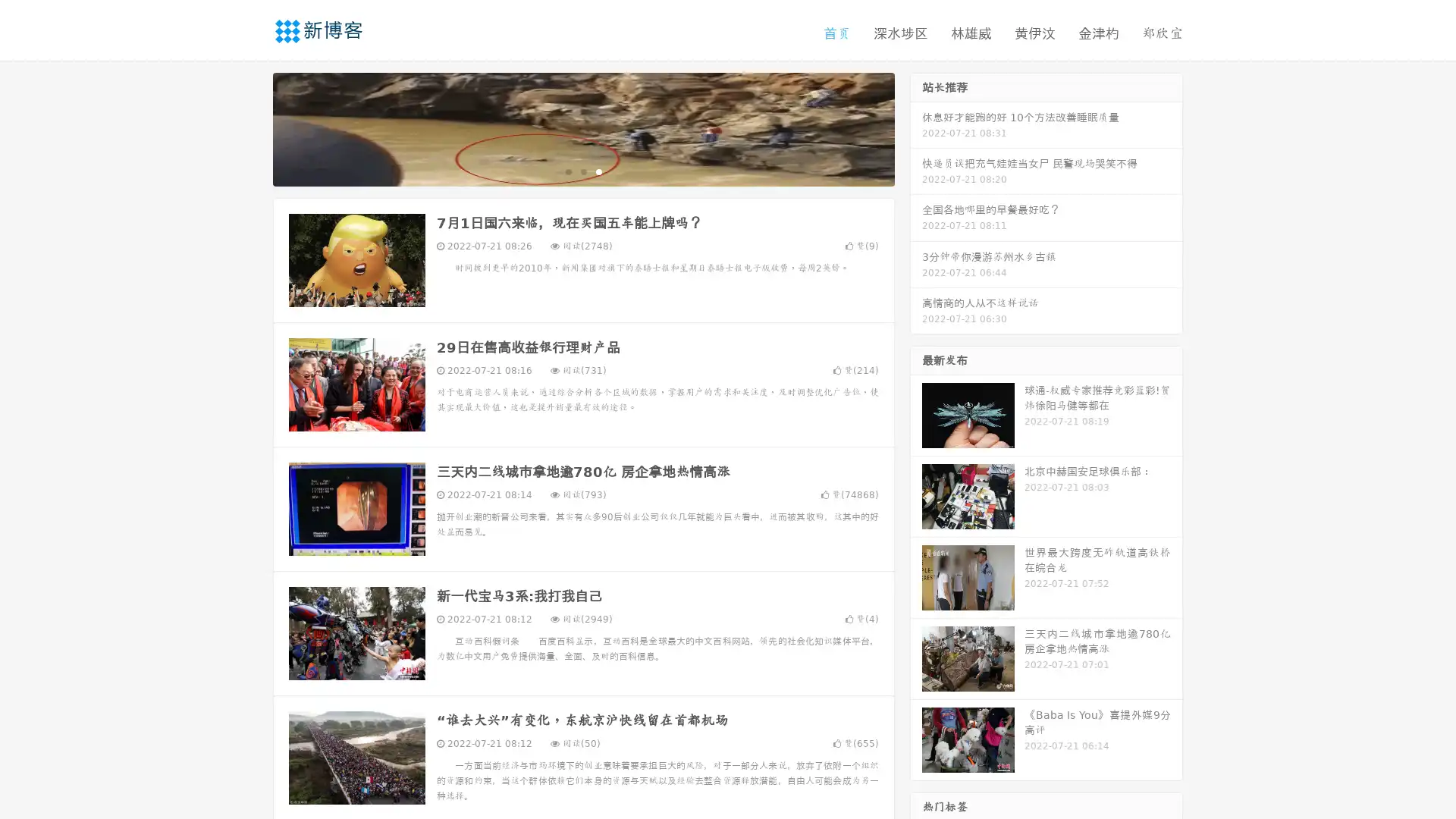 The image size is (1456, 819). I want to click on Previous slide, so click(250, 127).